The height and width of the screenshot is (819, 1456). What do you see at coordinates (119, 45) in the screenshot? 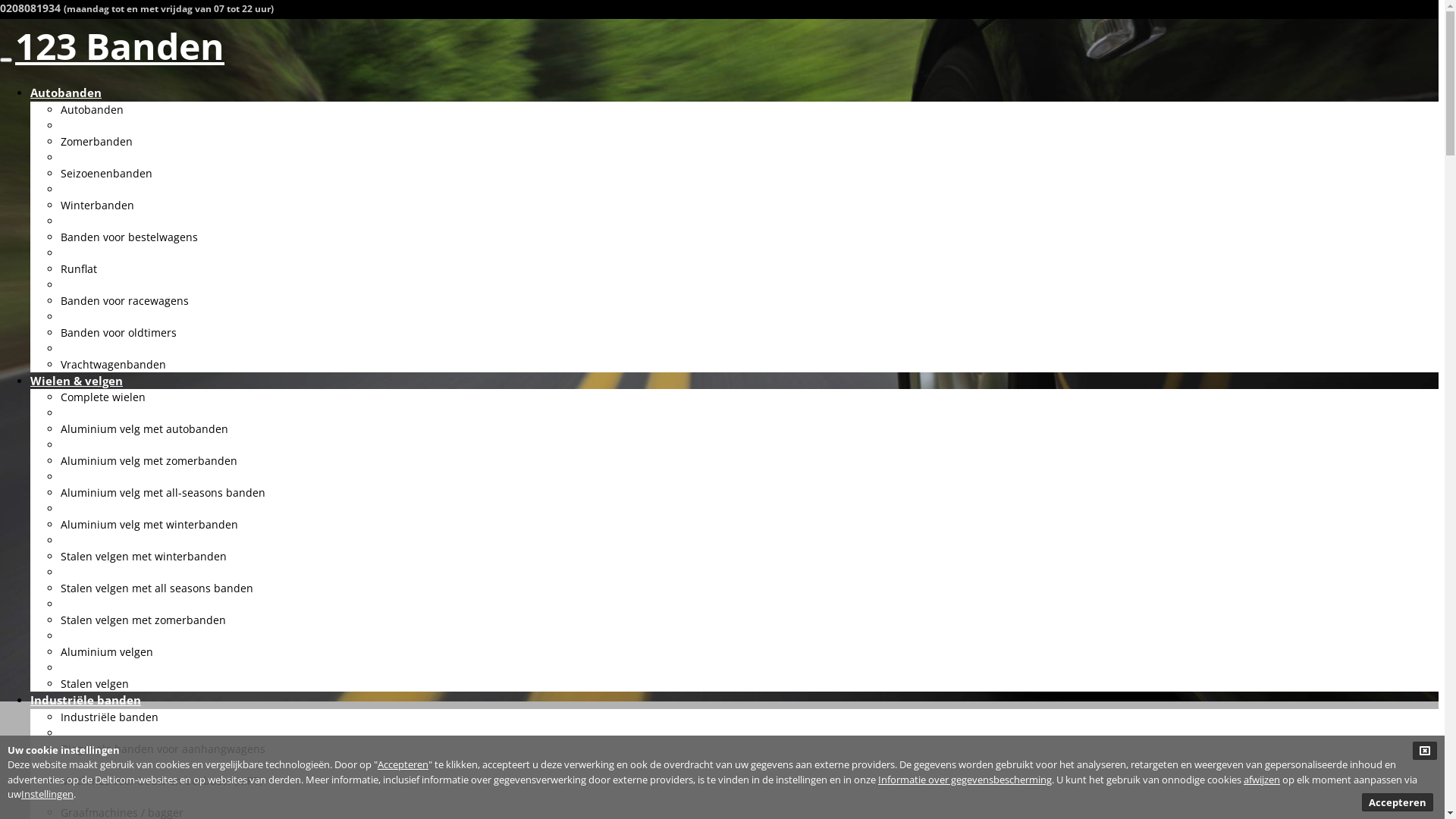
I see `'123 Banden'` at bounding box center [119, 45].